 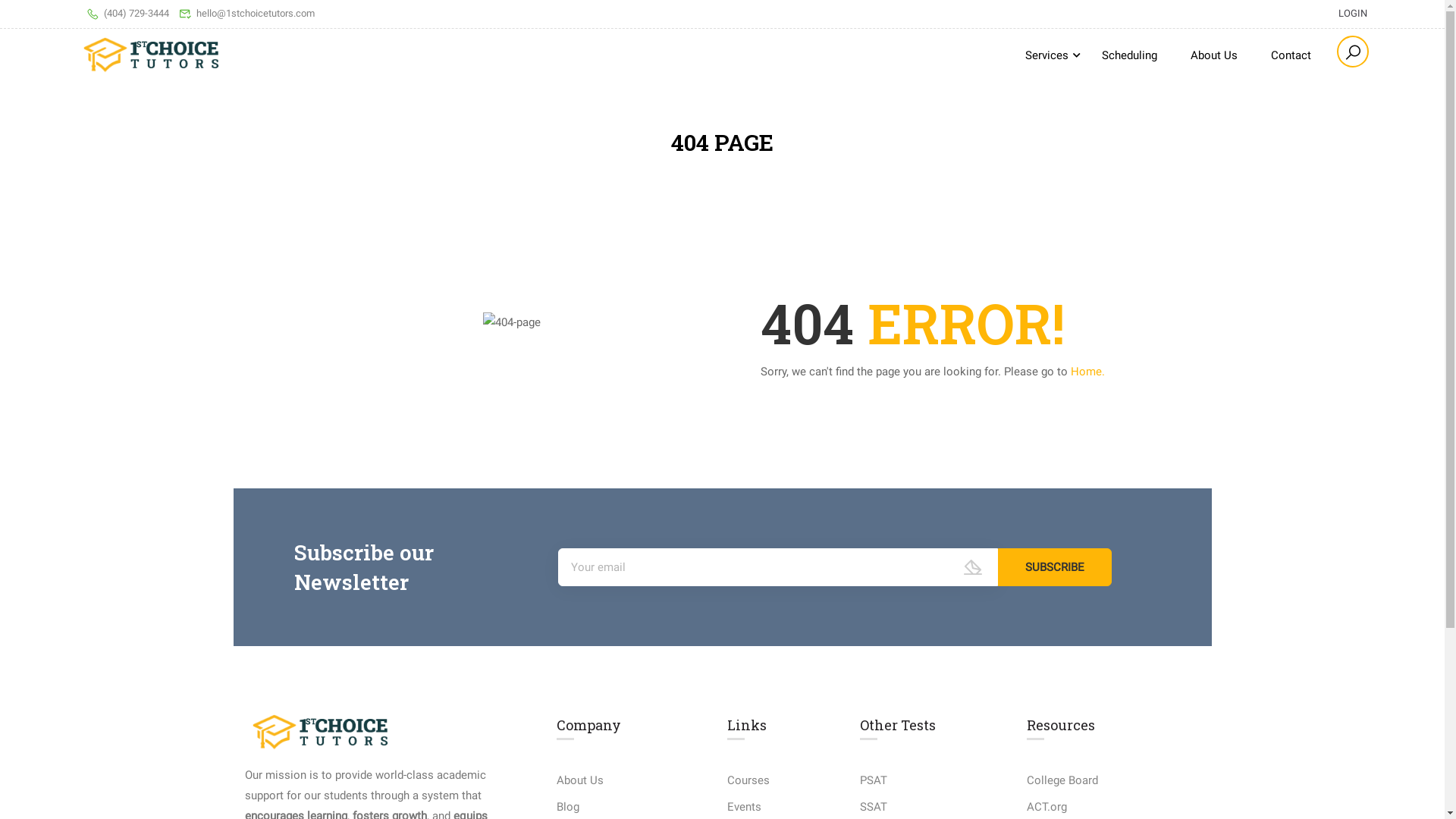 I want to click on 'About Us', so click(x=1214, y=54).